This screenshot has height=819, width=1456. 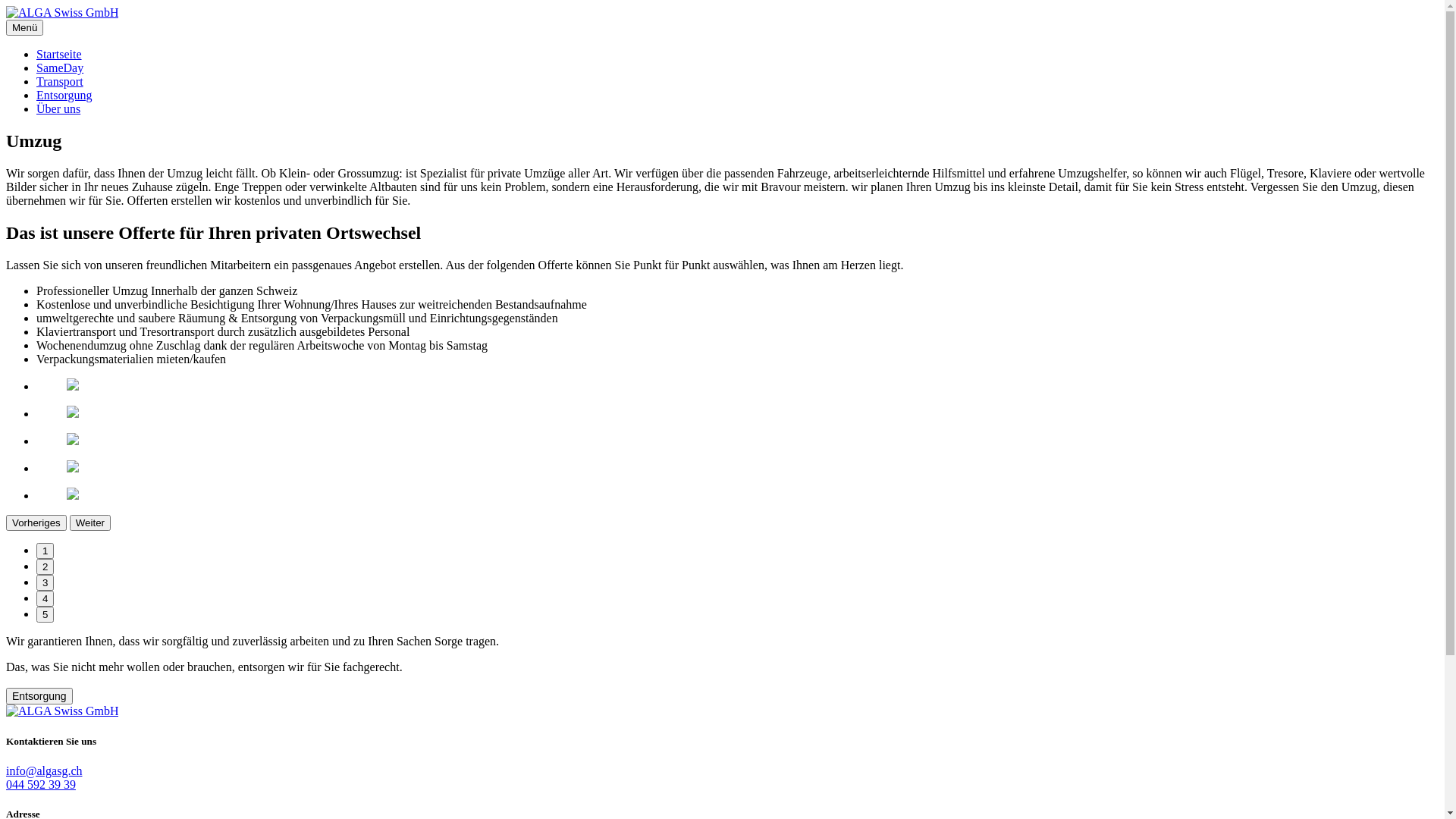 What do you see at coordinates (59, 67) in the screenshot?
I see `'SameDay'` at bounding box center [59, 67].